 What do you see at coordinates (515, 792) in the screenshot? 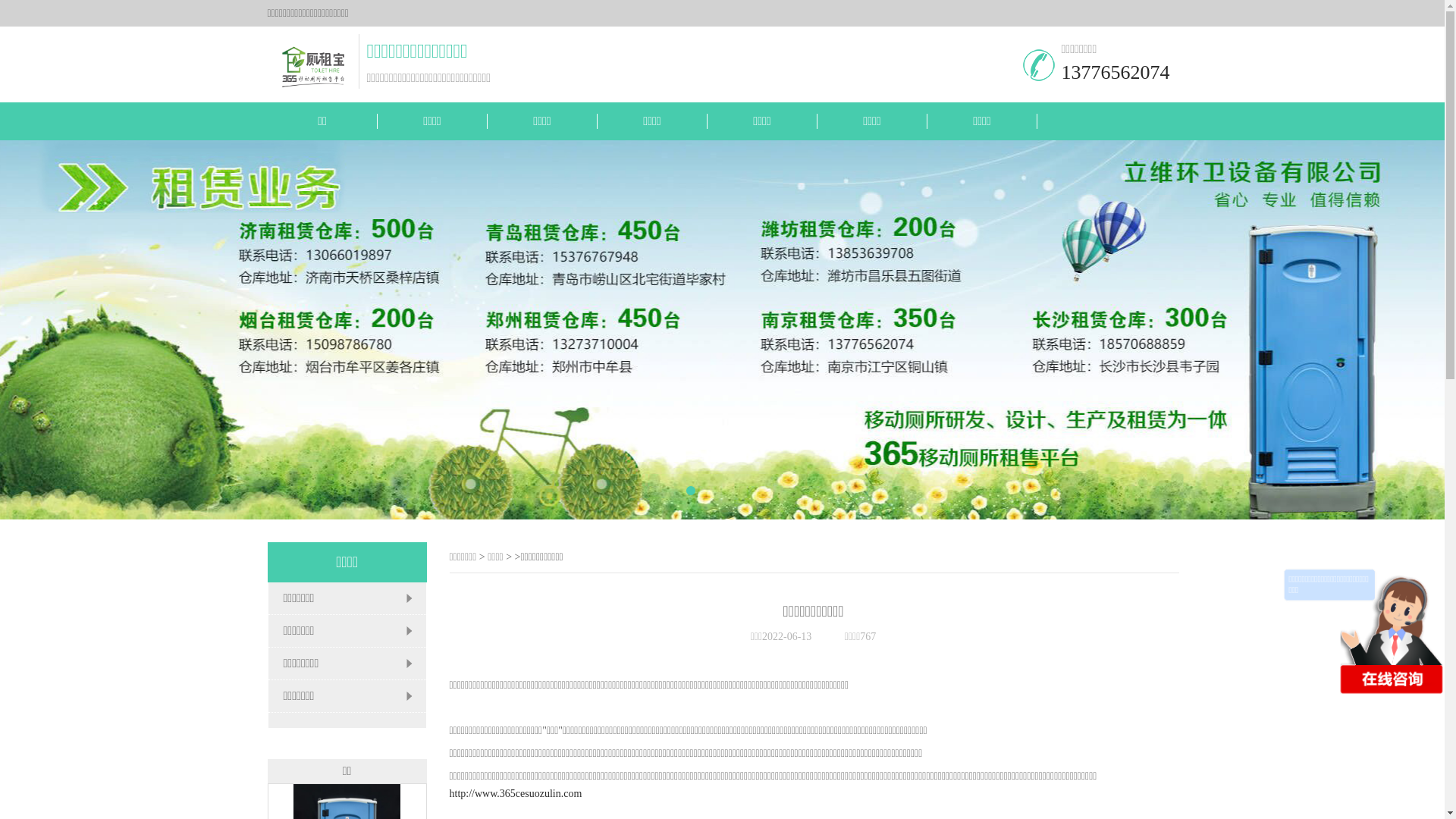
I see `'http://www.365cesuozulin.com'` at bounding box center [515, 792].